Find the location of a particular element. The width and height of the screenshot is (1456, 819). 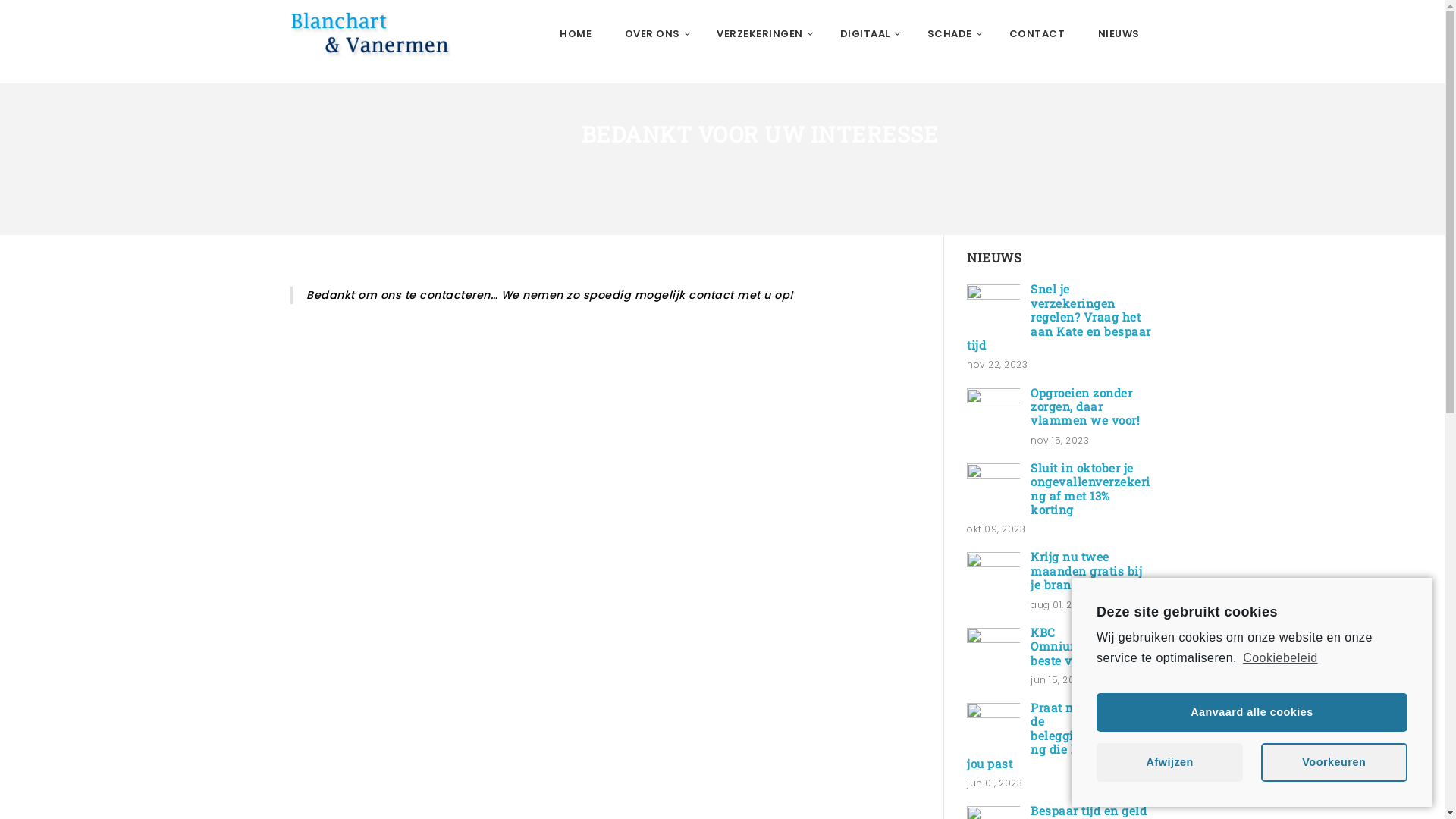

'SCHADE' is located at coordinates (950, 34).